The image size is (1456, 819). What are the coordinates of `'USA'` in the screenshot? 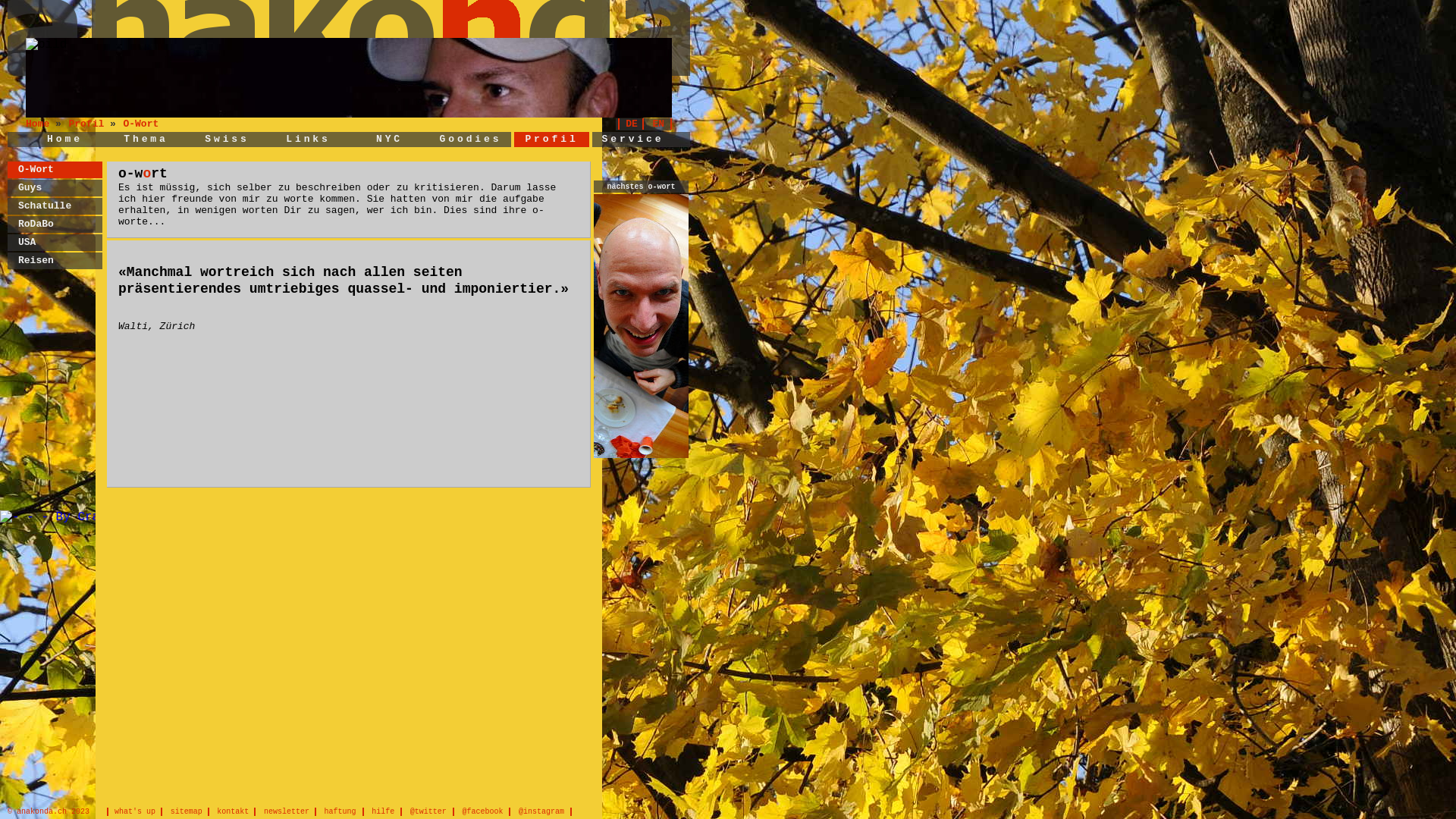 It's located at (27, 241).